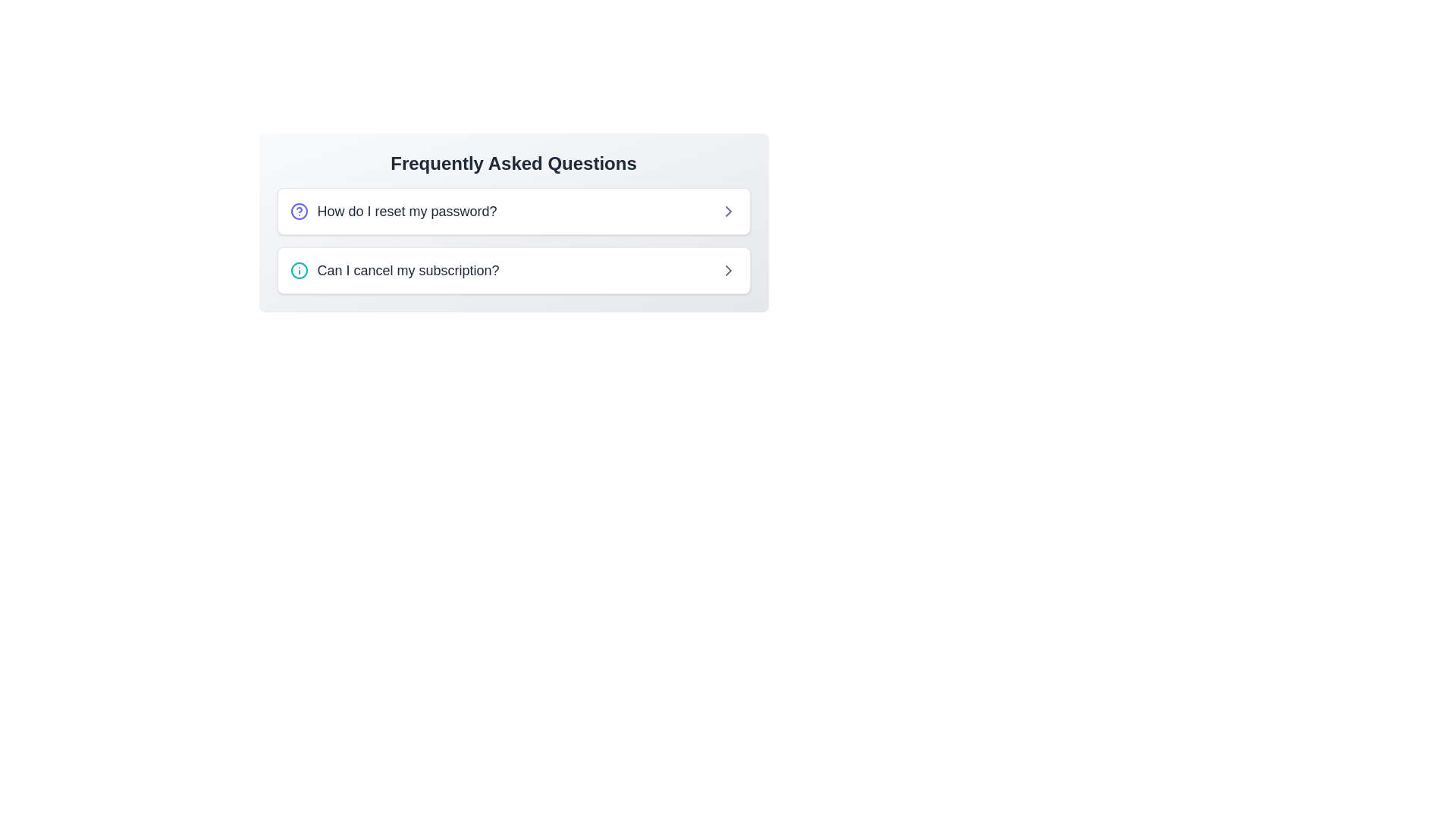 The image size is (1456, 819). I want to click on the circular teal outlined icon with a small dot at the top, located to the left of the text 'Can I cancel my subscription?', so click(299, 270).